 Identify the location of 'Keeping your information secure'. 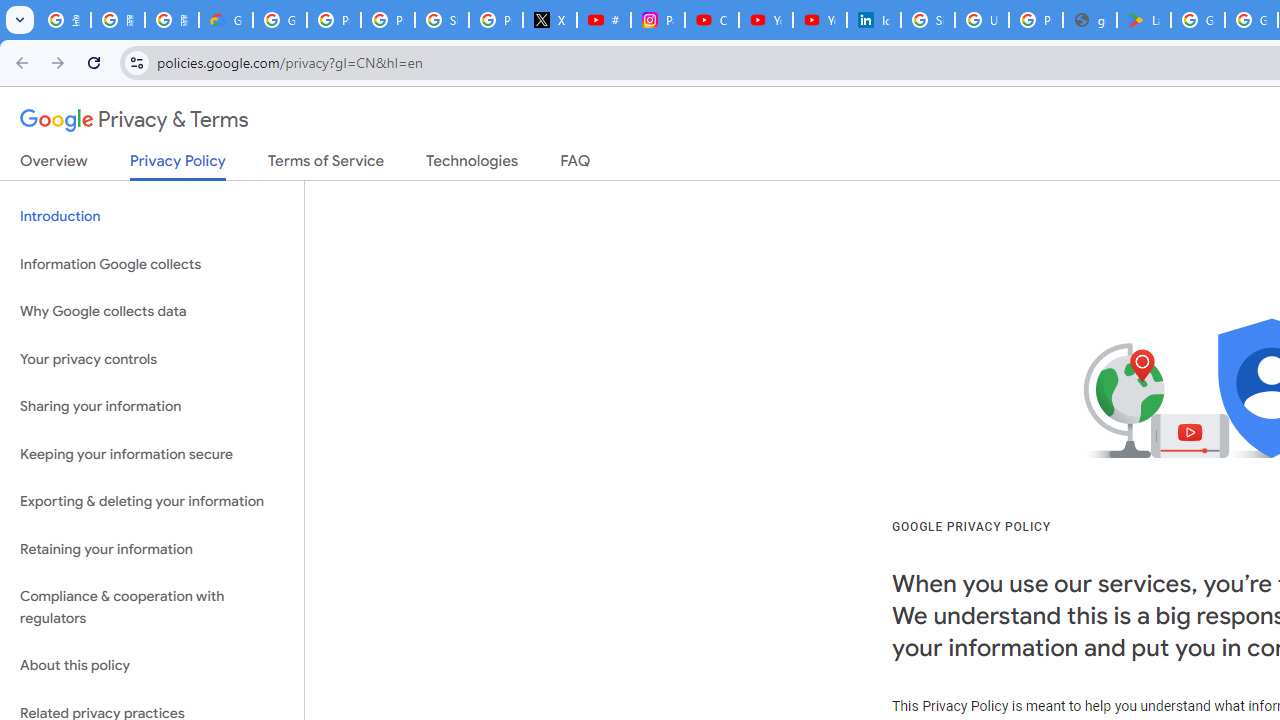
(151, 454).